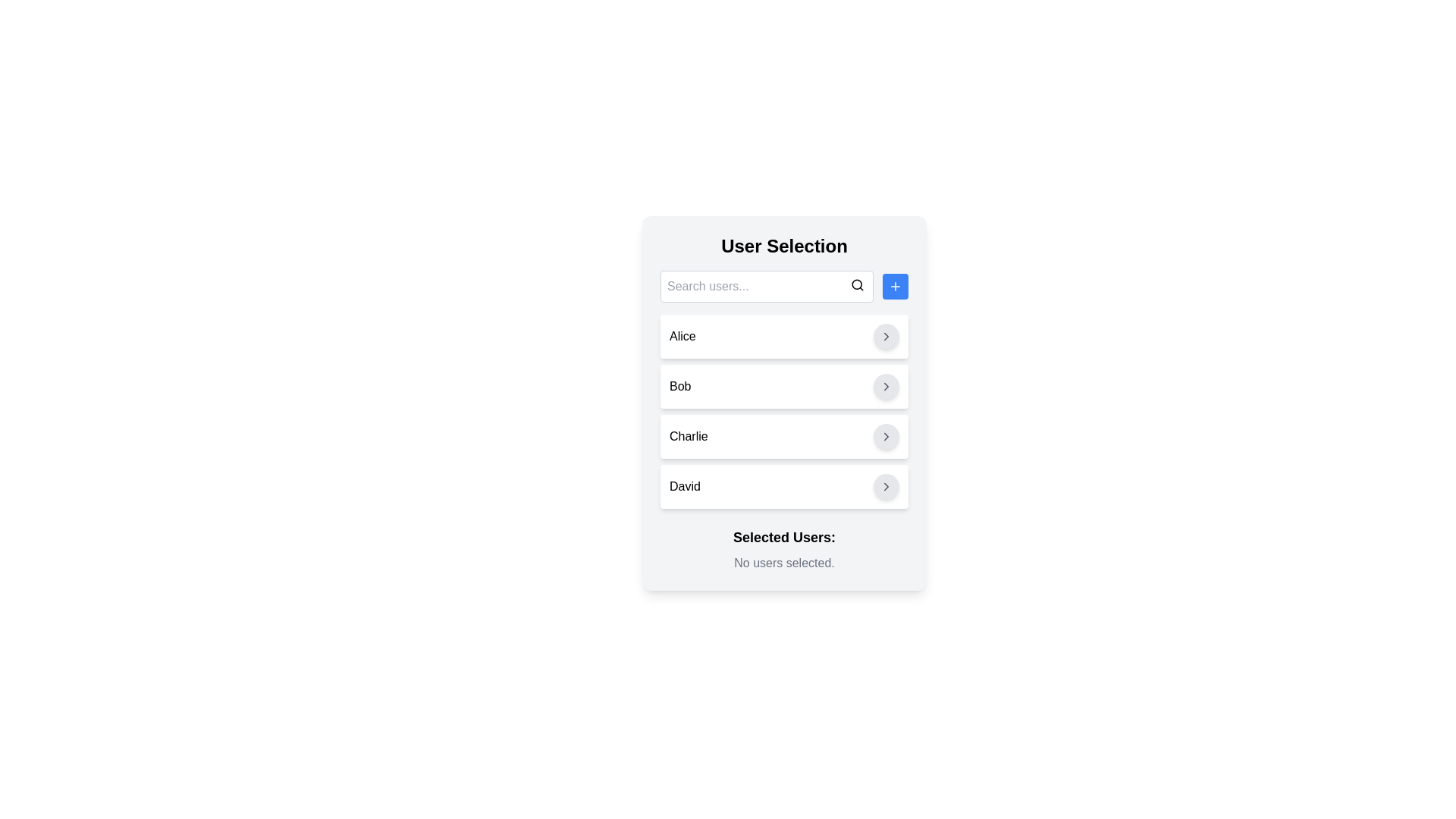 The width and height of the screenshot is (1456, 819). What do you see at coordinates (886, 436) in the screenshot?
I see `the navigation icon associated with the 'Charlie' user entry` at bounding box center [886, 436].